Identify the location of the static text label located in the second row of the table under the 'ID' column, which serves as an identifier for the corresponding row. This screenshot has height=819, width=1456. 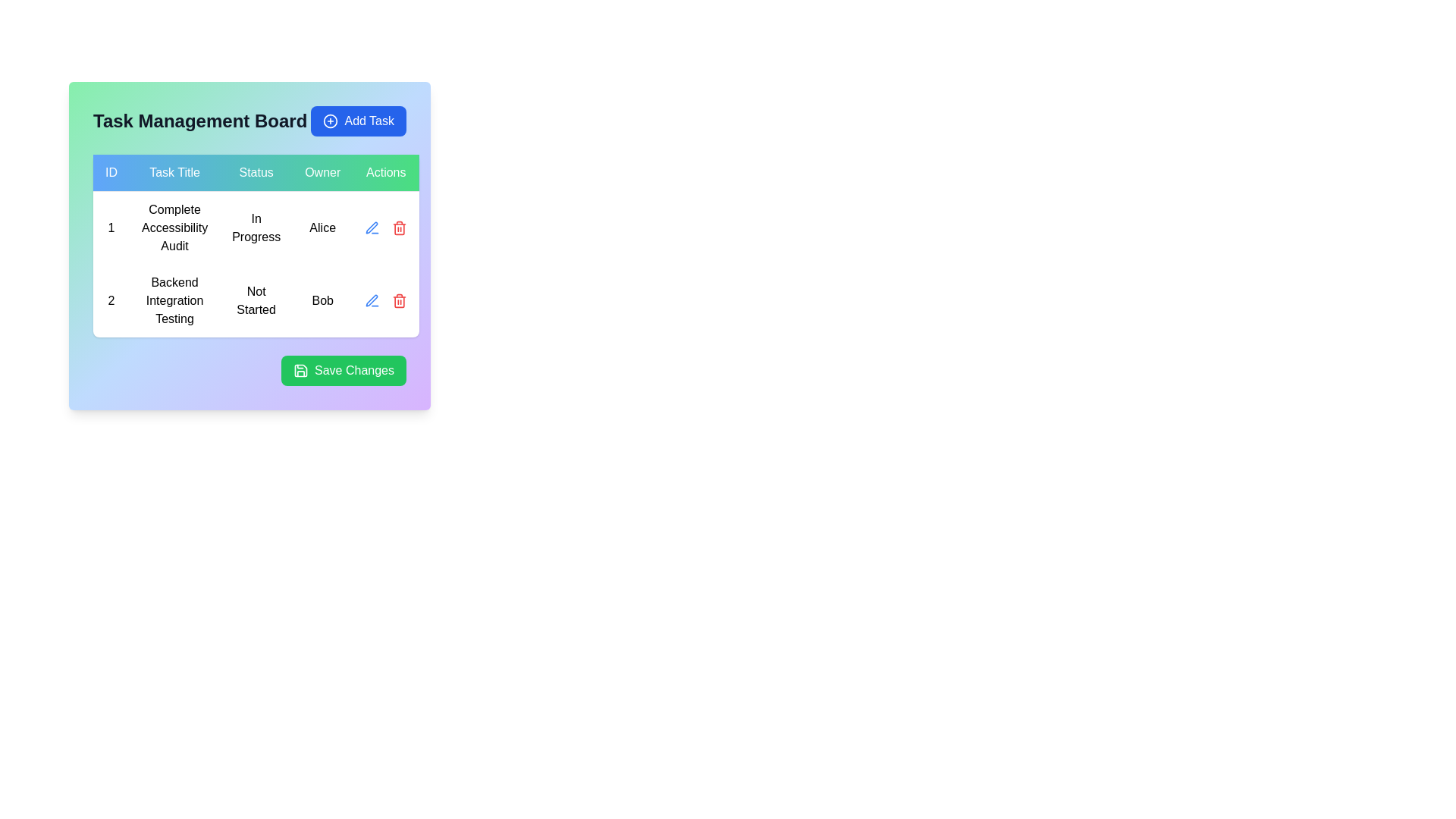
(111, 301).